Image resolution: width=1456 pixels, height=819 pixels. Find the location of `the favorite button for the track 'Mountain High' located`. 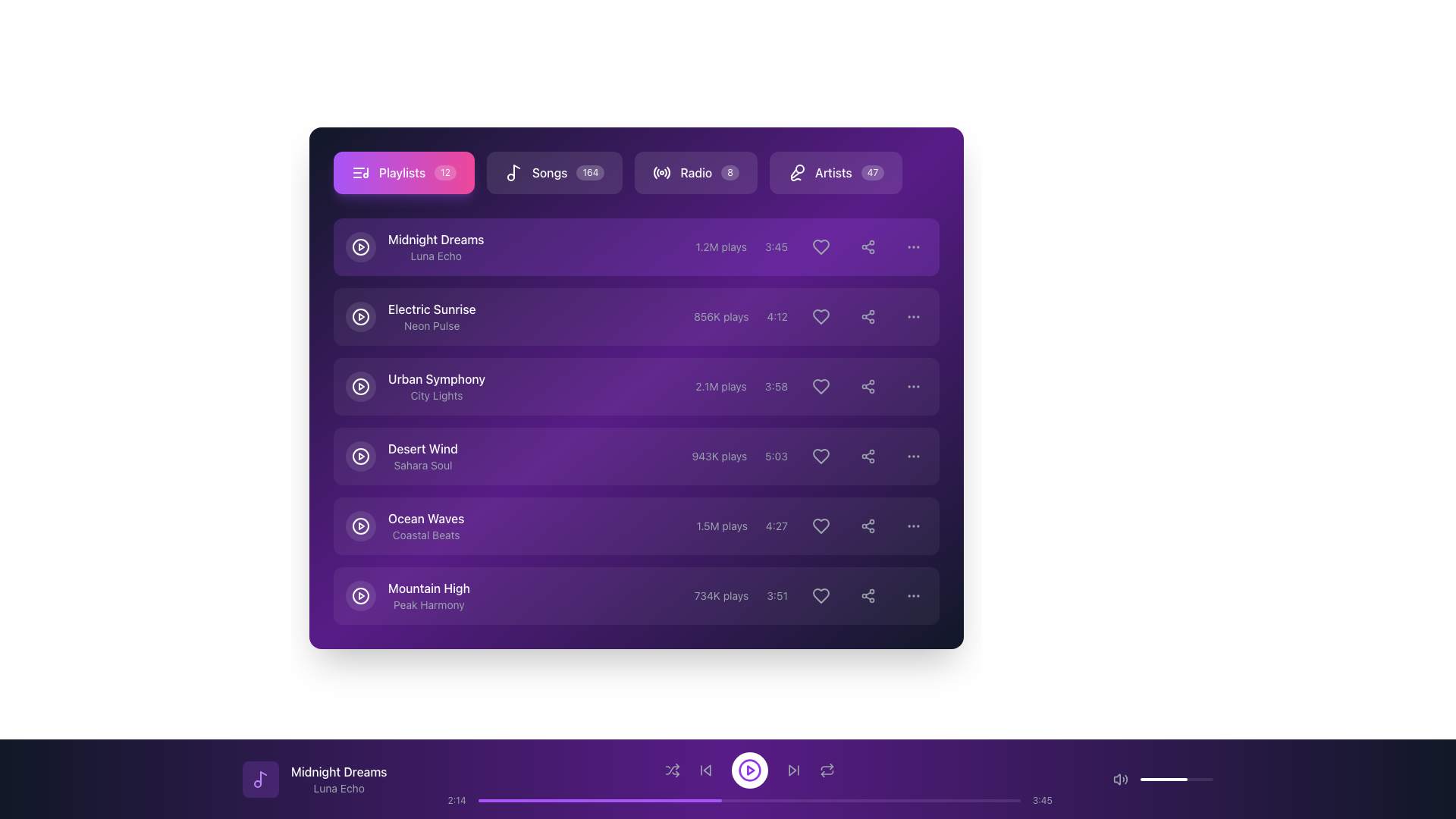

the favorite button for the track 'Mountain High' located is located at coordinates (821, 595).